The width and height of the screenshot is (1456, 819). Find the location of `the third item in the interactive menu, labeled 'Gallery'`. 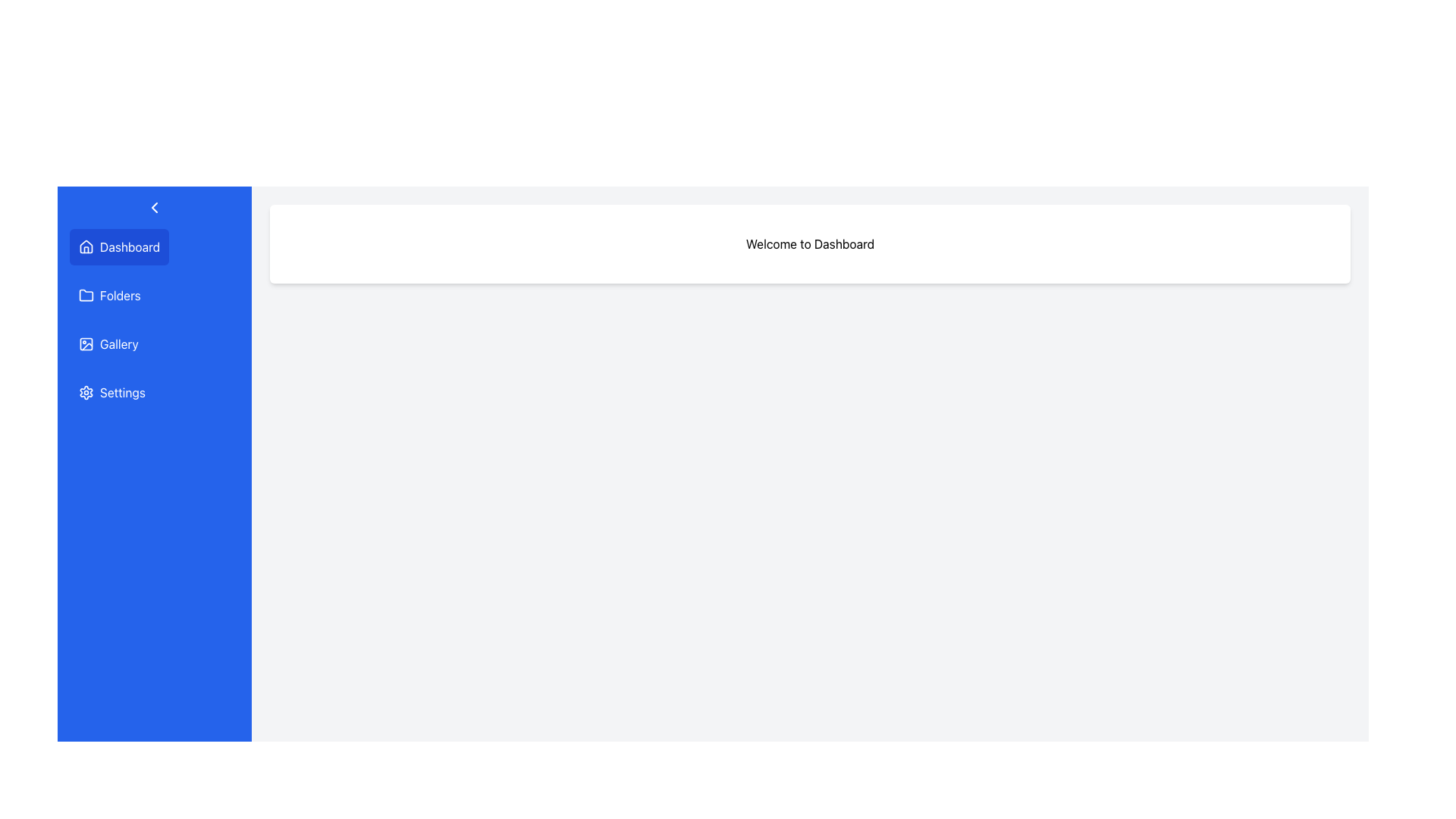

the third item in the interactive menu, labeled 'Gallery' is located at coordinates (154, 318).